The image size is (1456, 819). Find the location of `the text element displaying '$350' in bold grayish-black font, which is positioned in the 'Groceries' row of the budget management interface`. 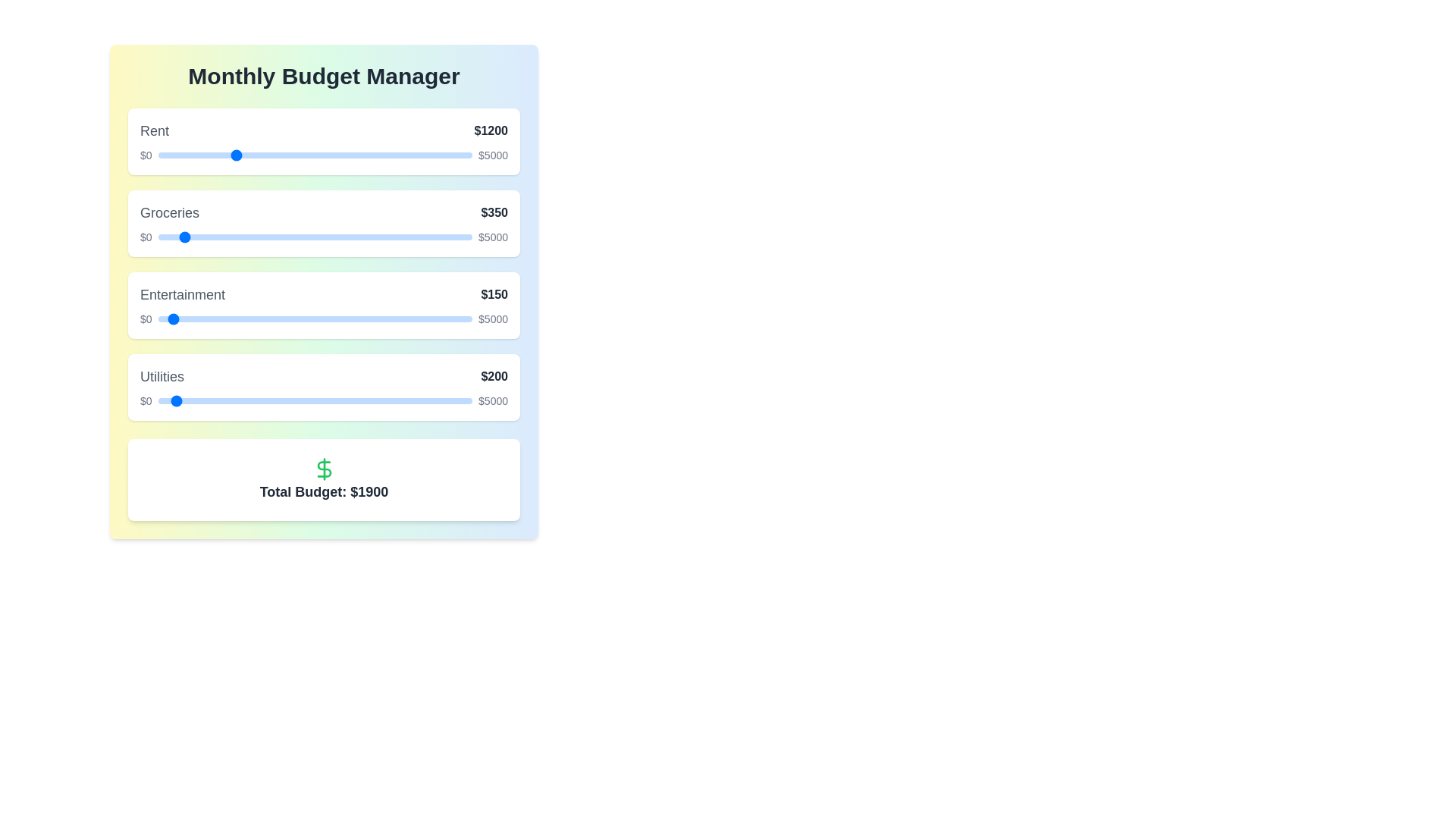

the text element displaying '$350' in bold grayish-black font, which is positioned in the 'Groceries' row of the budget management interface is located at coordinates (494, 213).